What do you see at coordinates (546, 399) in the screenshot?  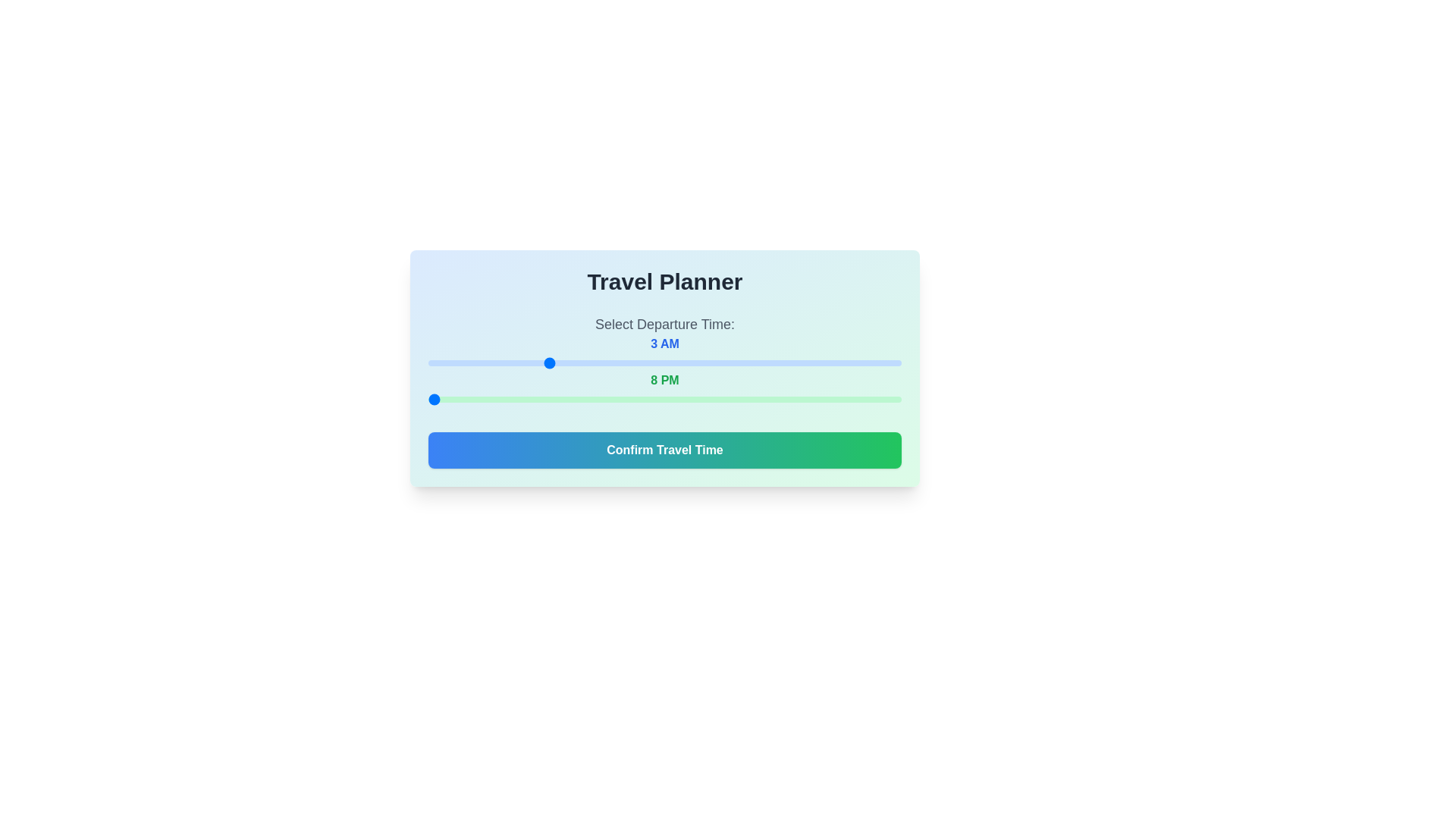 I see `the slider value` at bounding box center [546, 399].